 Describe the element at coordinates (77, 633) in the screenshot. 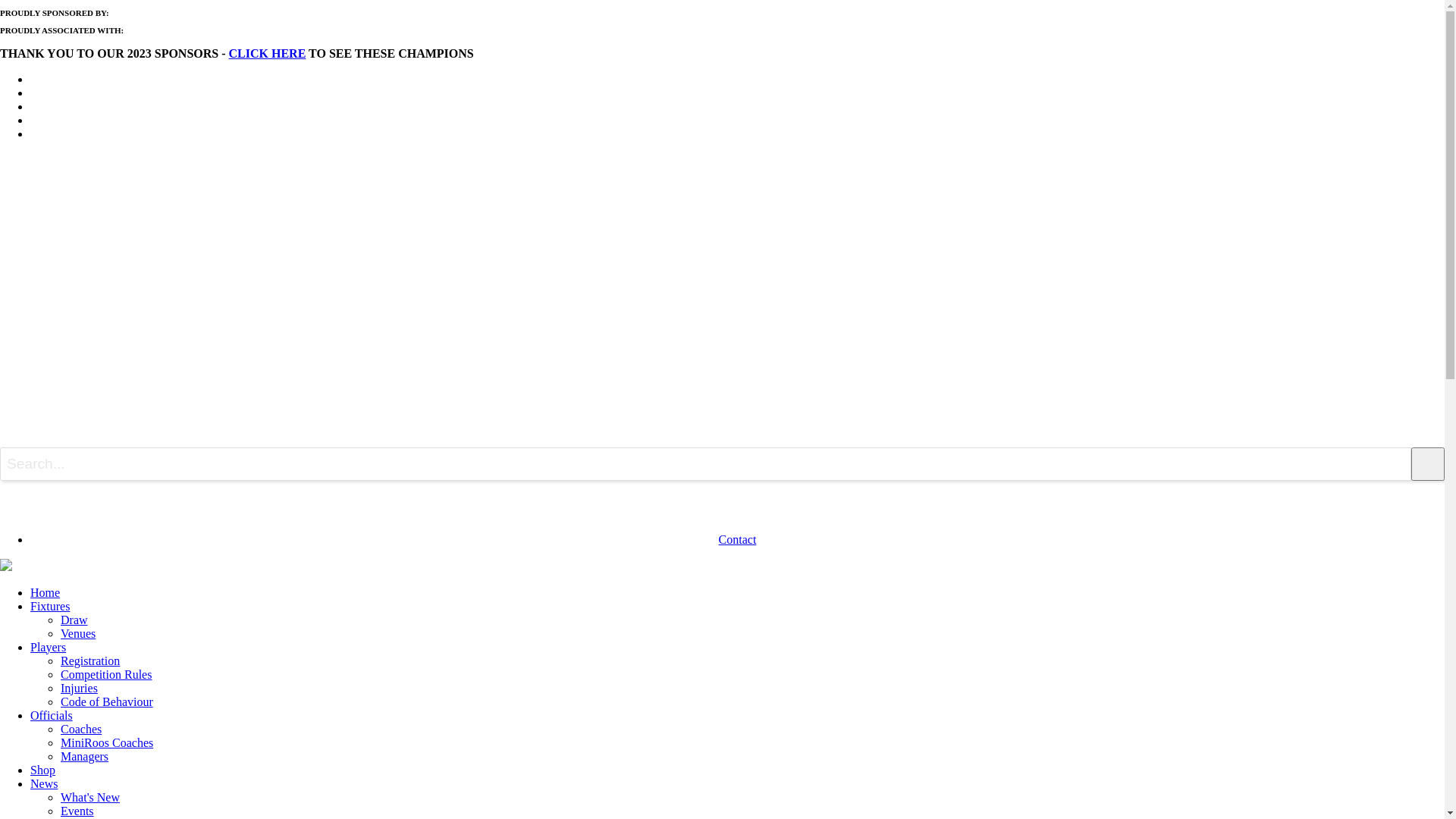

I see `'Venues'` at that location.